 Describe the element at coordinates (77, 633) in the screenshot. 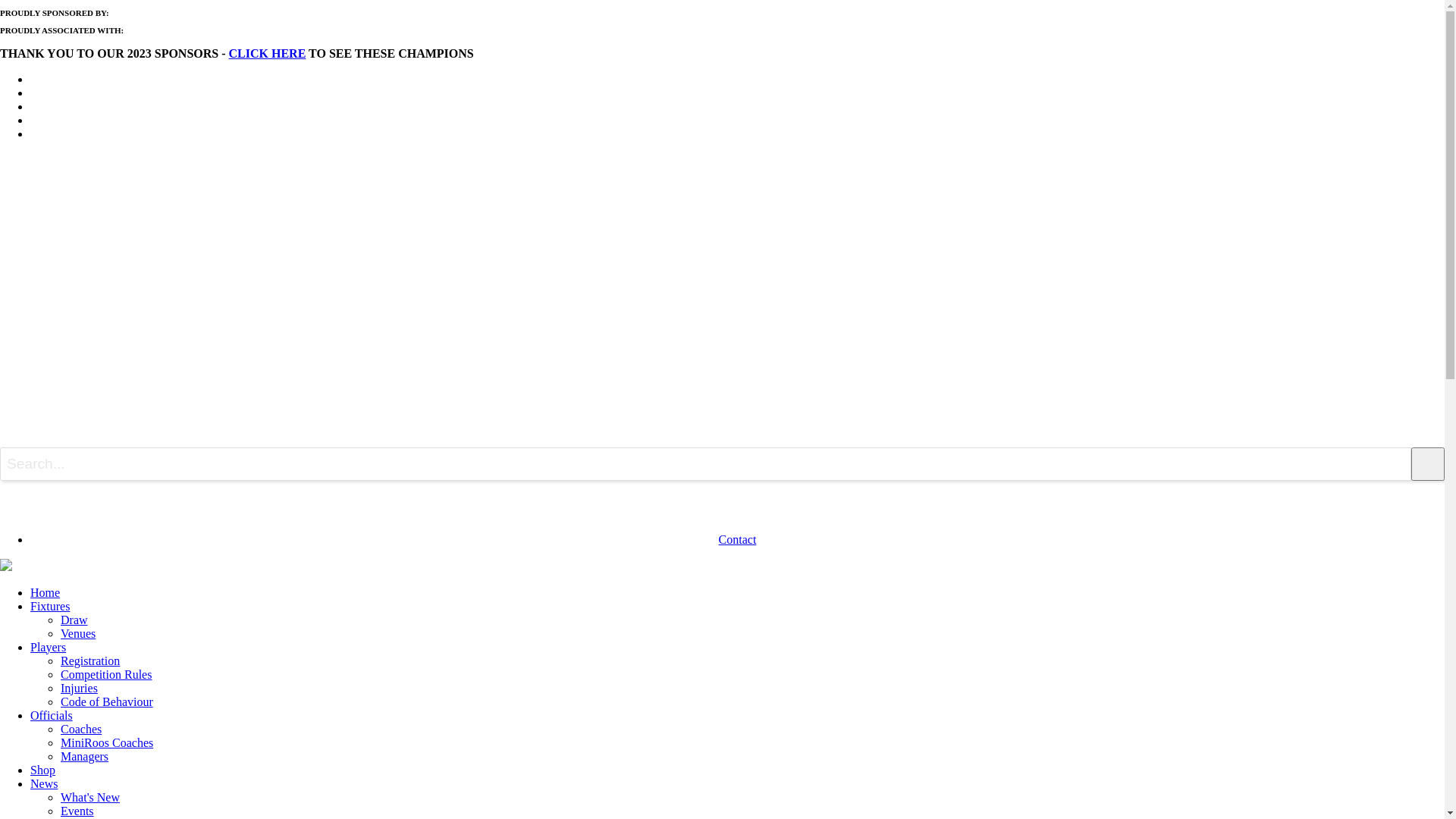

I see `'Venues'` at that location.